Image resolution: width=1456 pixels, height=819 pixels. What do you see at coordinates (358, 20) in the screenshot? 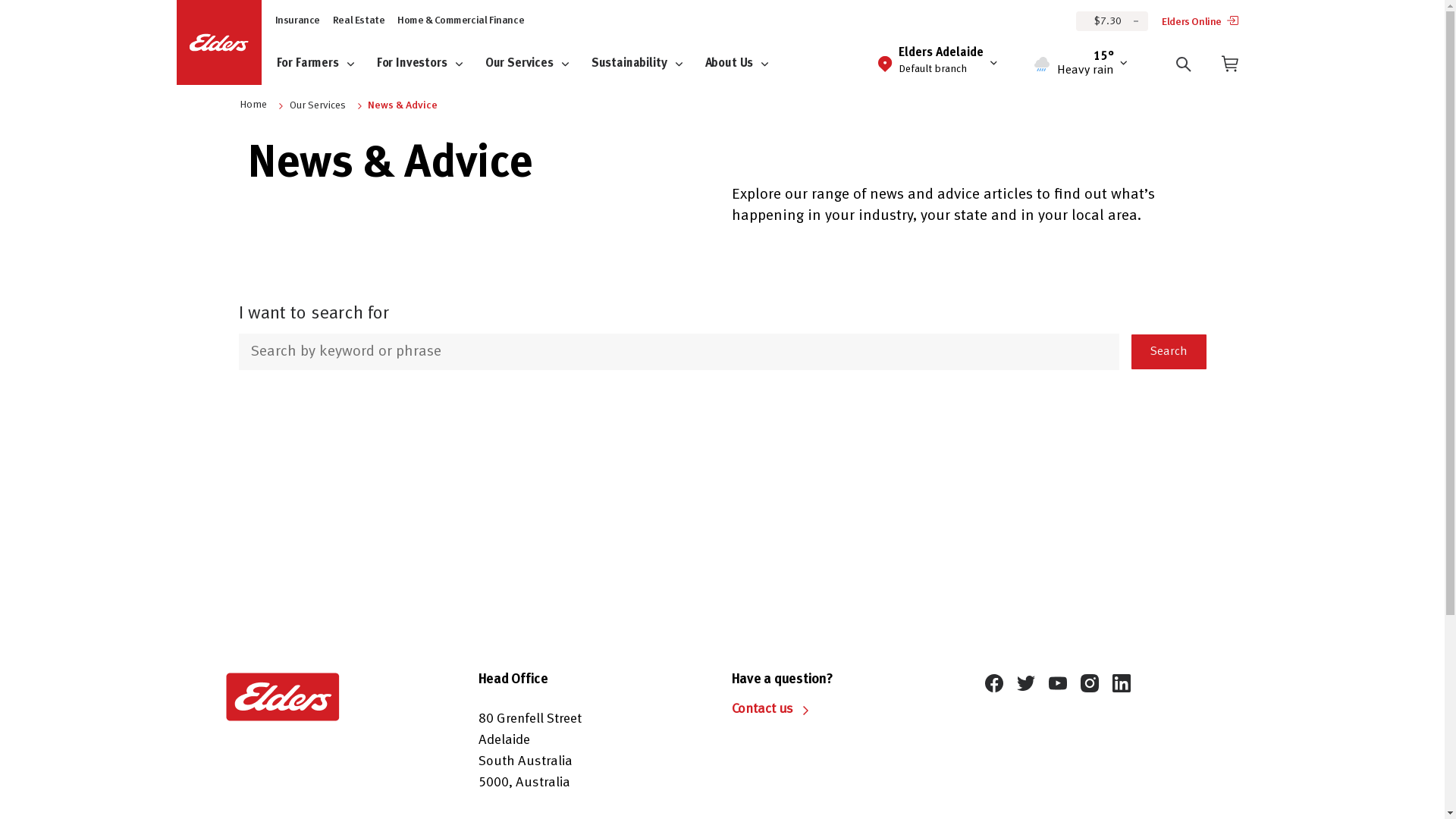
I see `'Real Estate'` at bounding box center [358, 20].